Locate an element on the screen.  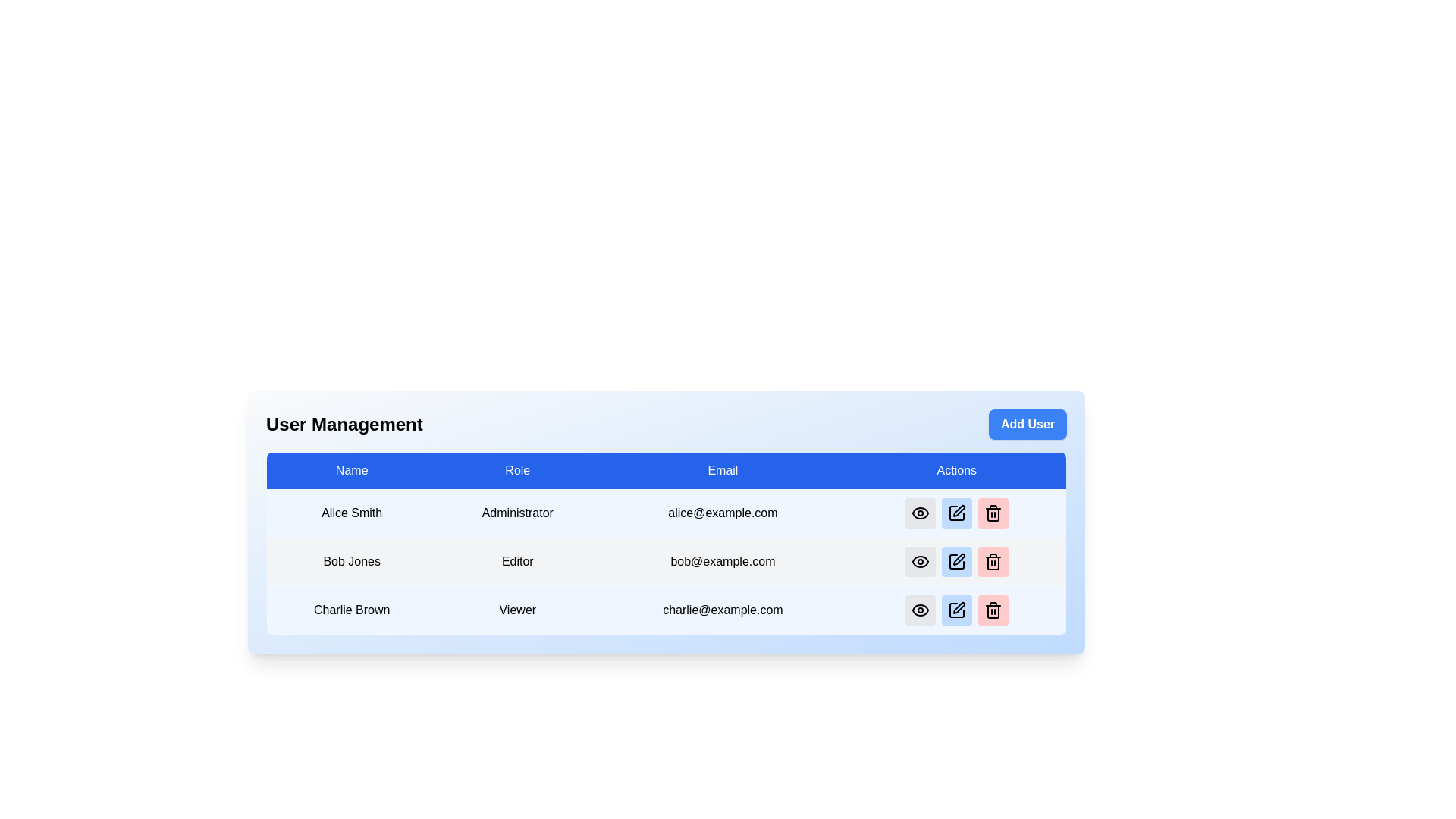
the deletion button with an SVG icon for the 'Charlie Brown' user entry is located at coordinates (993, 513).